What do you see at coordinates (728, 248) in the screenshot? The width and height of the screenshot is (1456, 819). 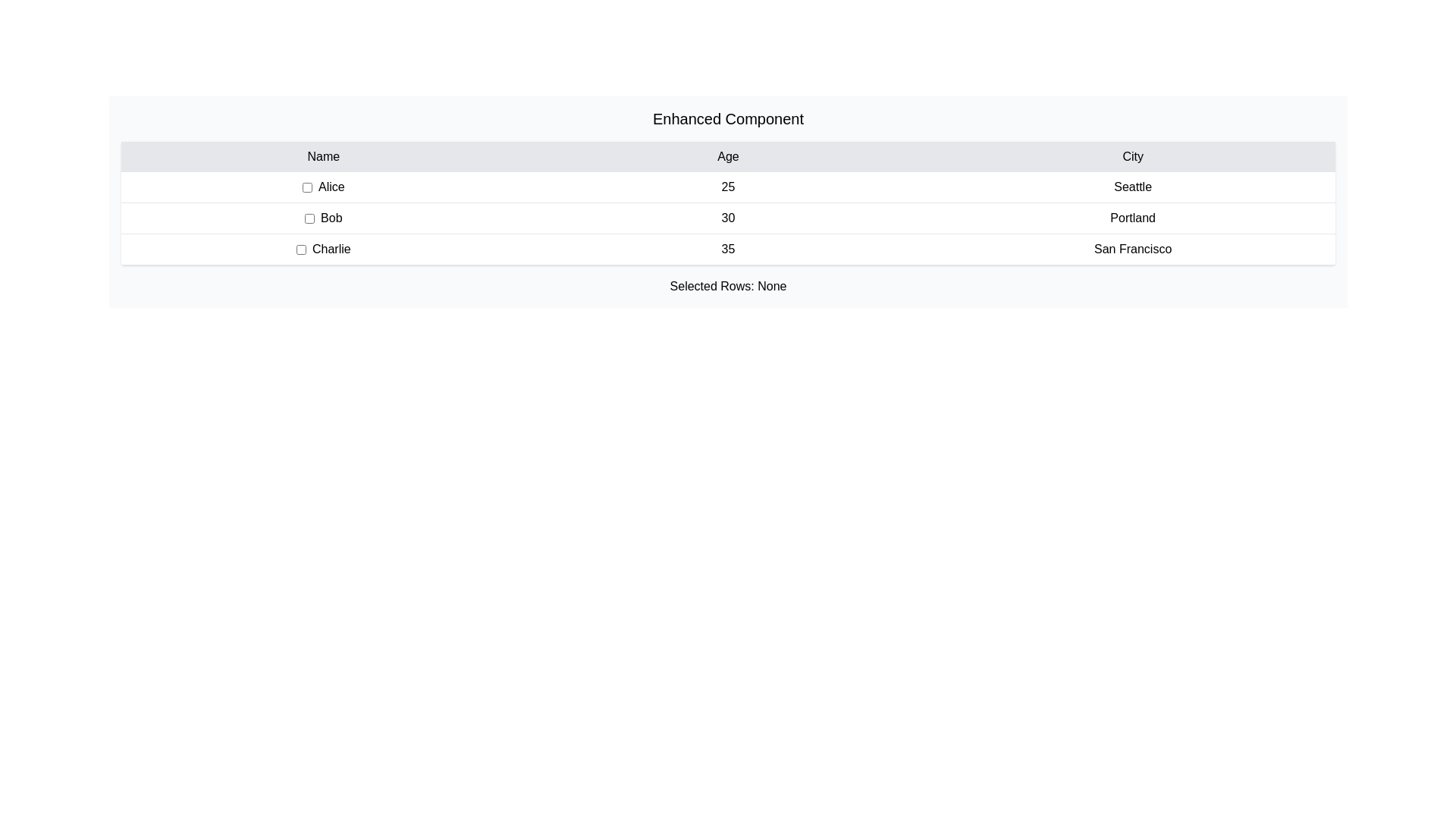 I see `the numeric text label displaying '35' in the 'Age' column of the table, which is horizontally aligned with 'Charlie' in the 'Name' column and 'San Francisco' in the 'City' column` at bounding box center [728, 248].